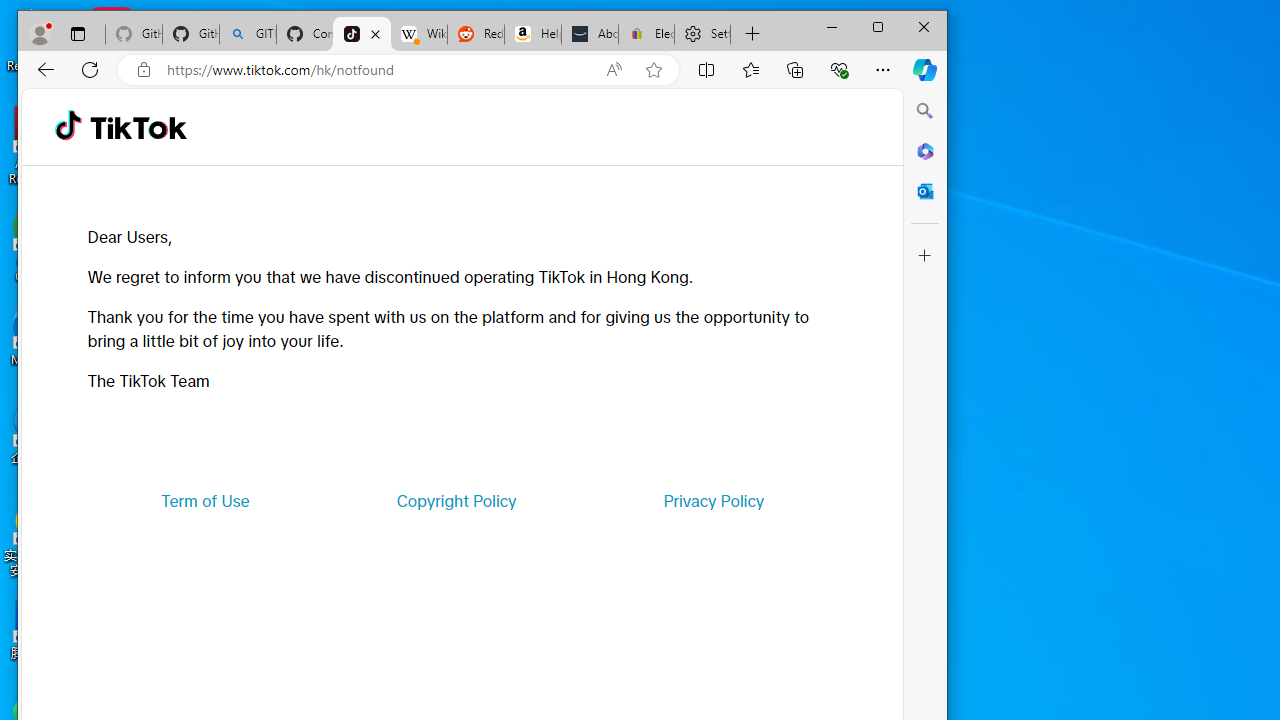 This screenshot has height=720, width=1280. What do you see at coordinates (647, 34) in the screenshot?
I see `'Electronics, Cars, Fashion, Collectibles & More | eBay'` at bounding box center [647, 34].